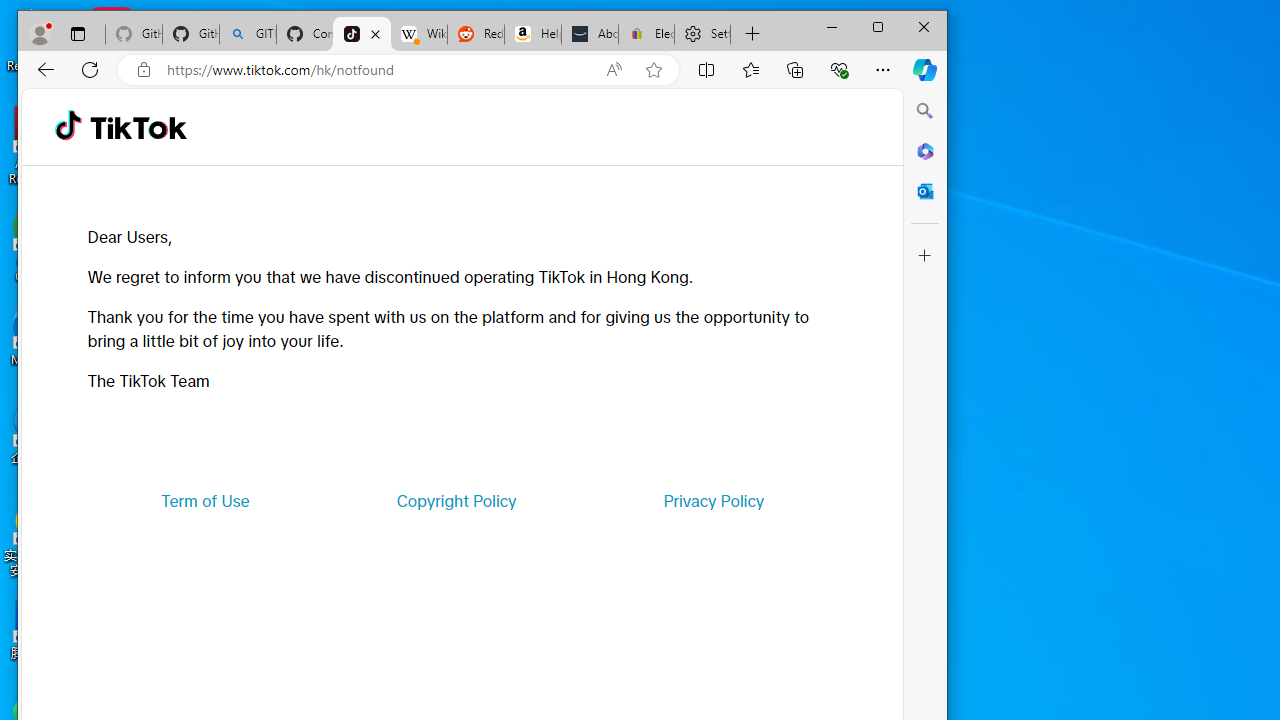 This screenshot has height=720, width=1280. What do you see at coordinates (647, 34) in the screenshot?
I see `'Electronics, Cars, Fashion, Collectibles & More | eBay'` at bounding box center [647, 34].